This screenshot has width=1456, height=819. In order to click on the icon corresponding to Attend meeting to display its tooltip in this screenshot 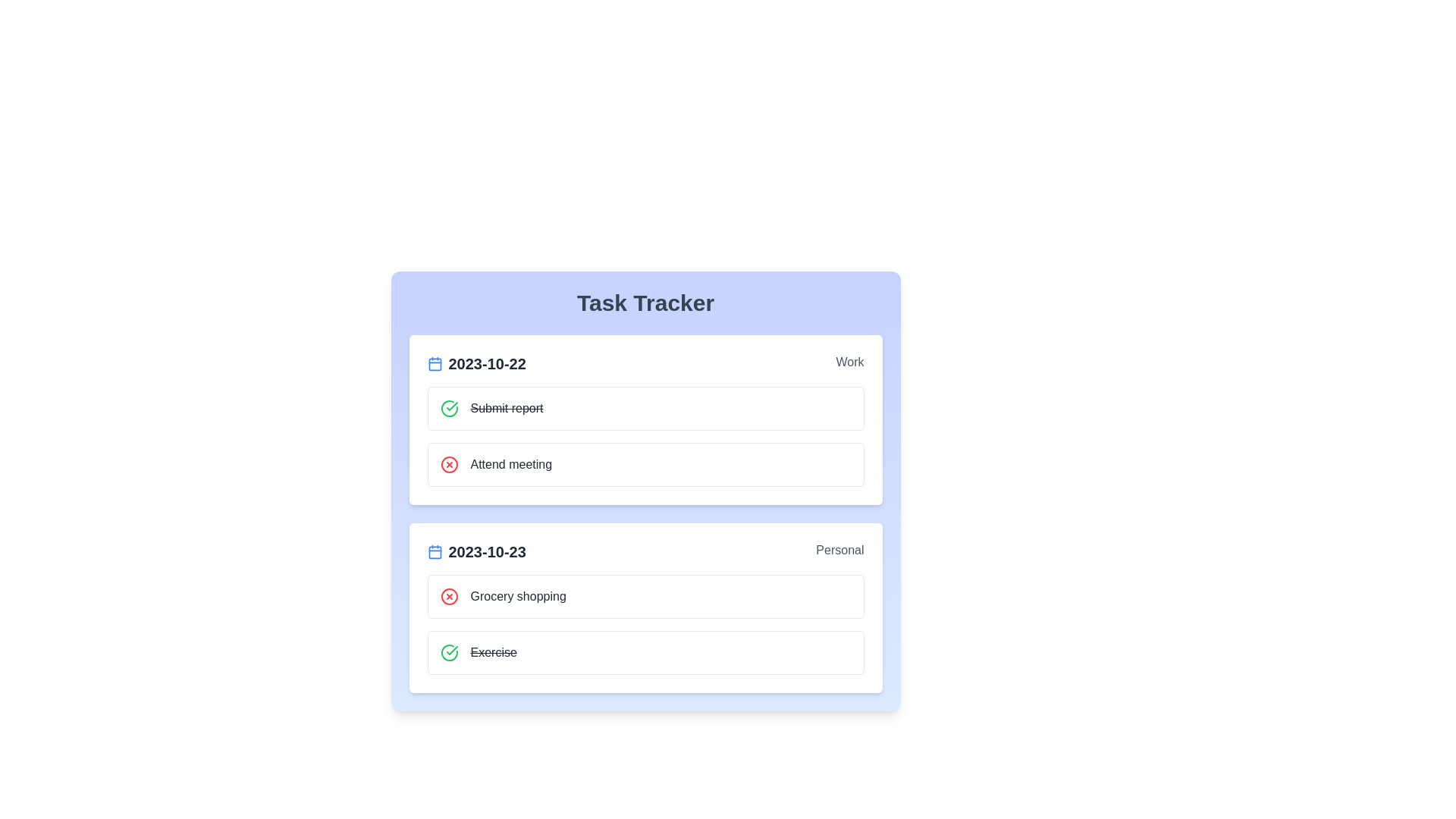, I will do `click(448, 464)`.